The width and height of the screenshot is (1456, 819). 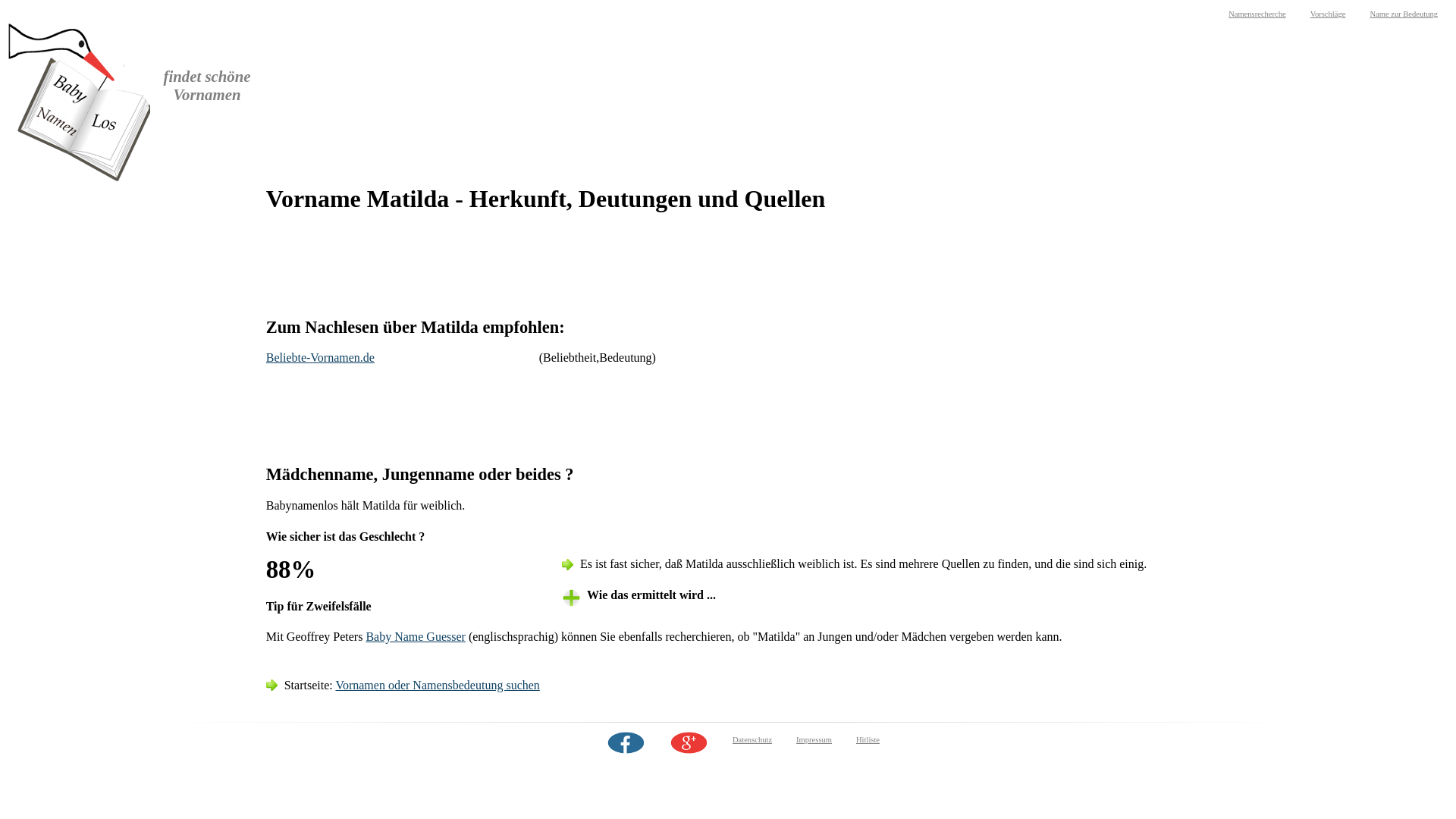 What do you see at coordinates (436, 685) in the screenshot?
I see `'Vornamen oder Namensbedeutung suchen'` at bounding box center [436, 685].